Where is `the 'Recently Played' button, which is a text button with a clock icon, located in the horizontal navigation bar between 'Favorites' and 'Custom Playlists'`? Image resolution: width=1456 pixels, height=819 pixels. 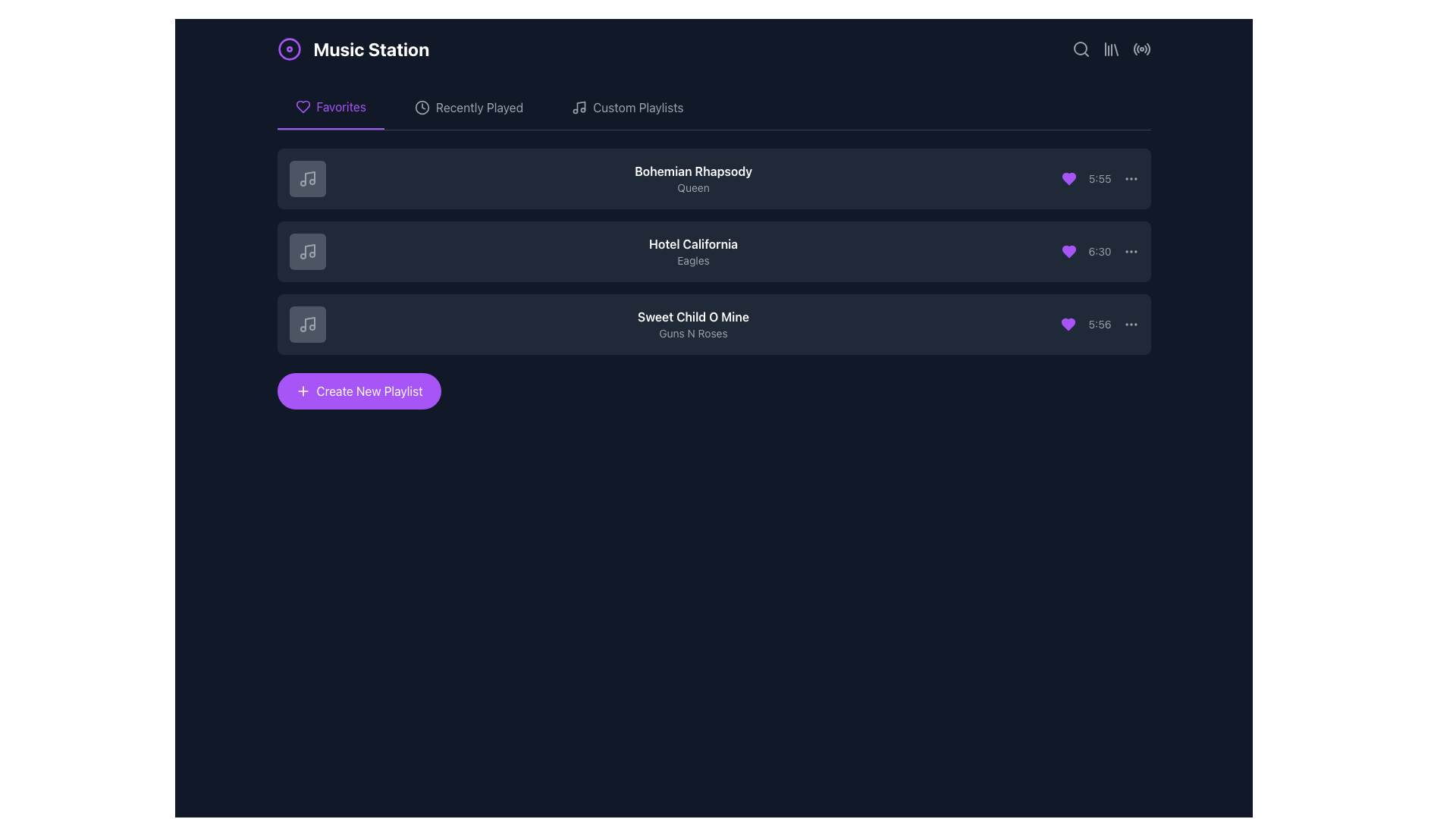
the 'Recently Played' button, which is a text button with a clock icon, located in the horizontal navigation bar between 'Favorites' and 'Custom Playlists' is located at coordinates (468, 107).